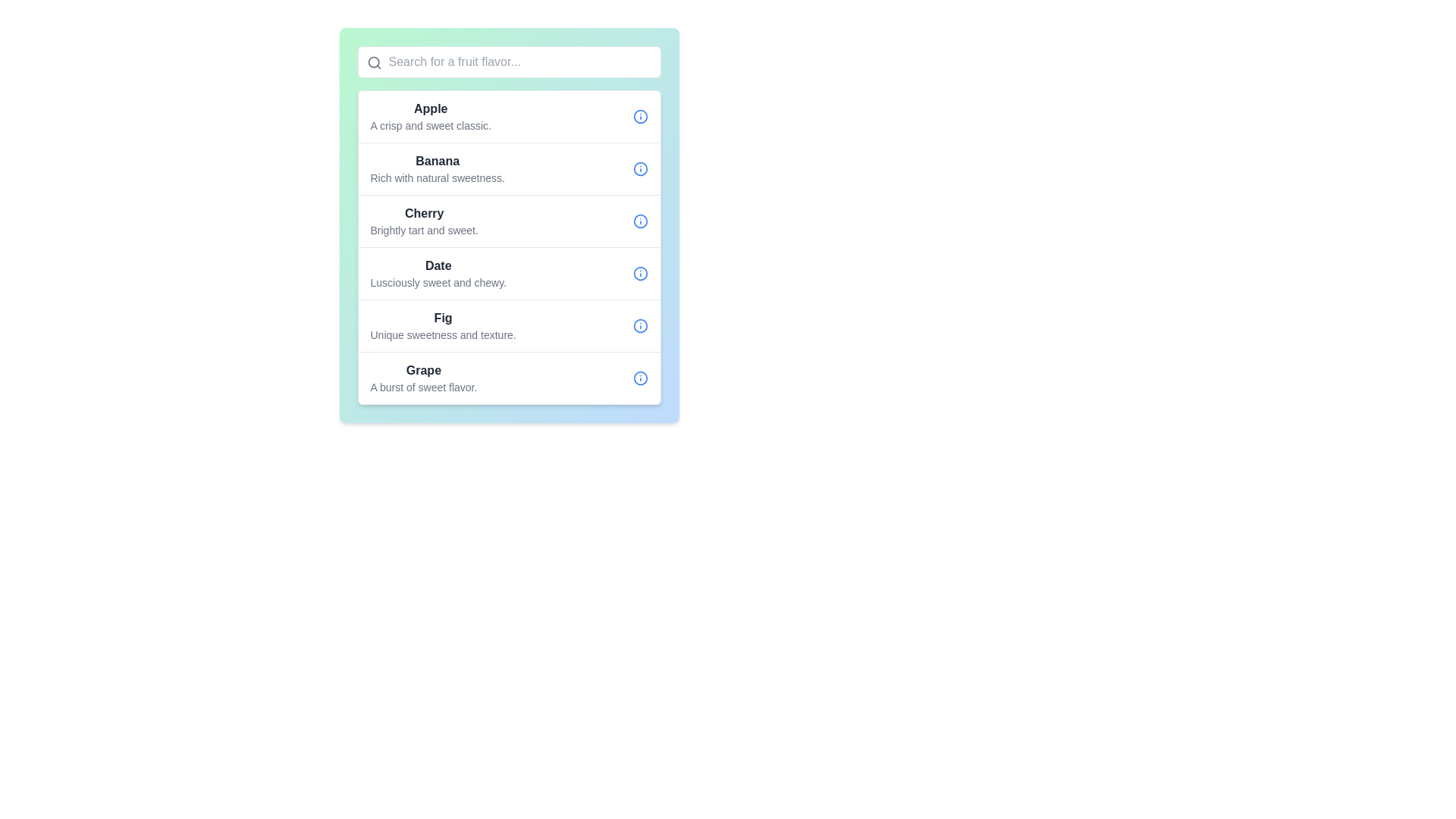  I want to click on the bold, dark-colored text label reading 'Cherry', so click(424, 213).